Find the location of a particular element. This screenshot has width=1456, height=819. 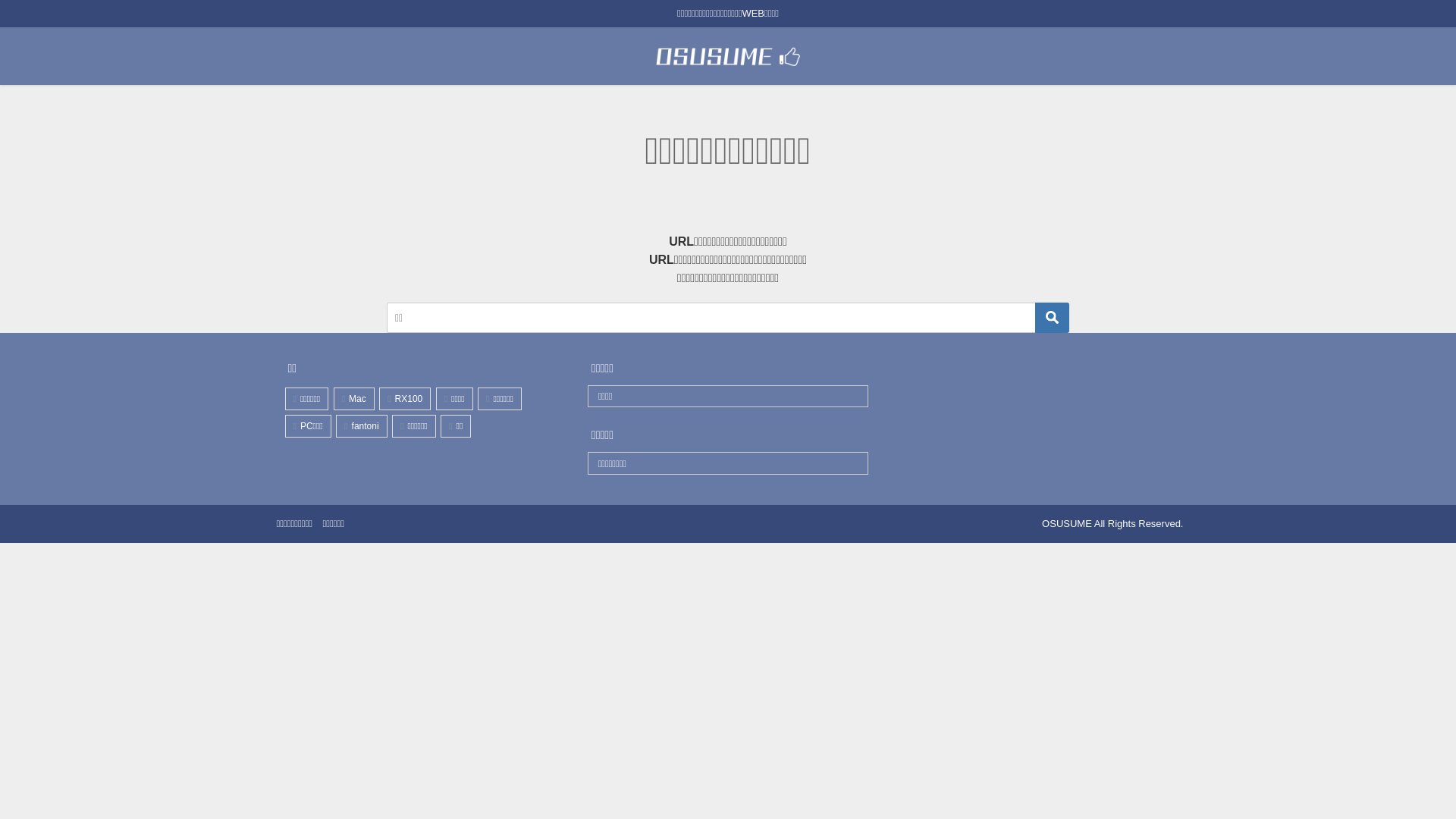

'RX100' is located at coordinates (404, 397).